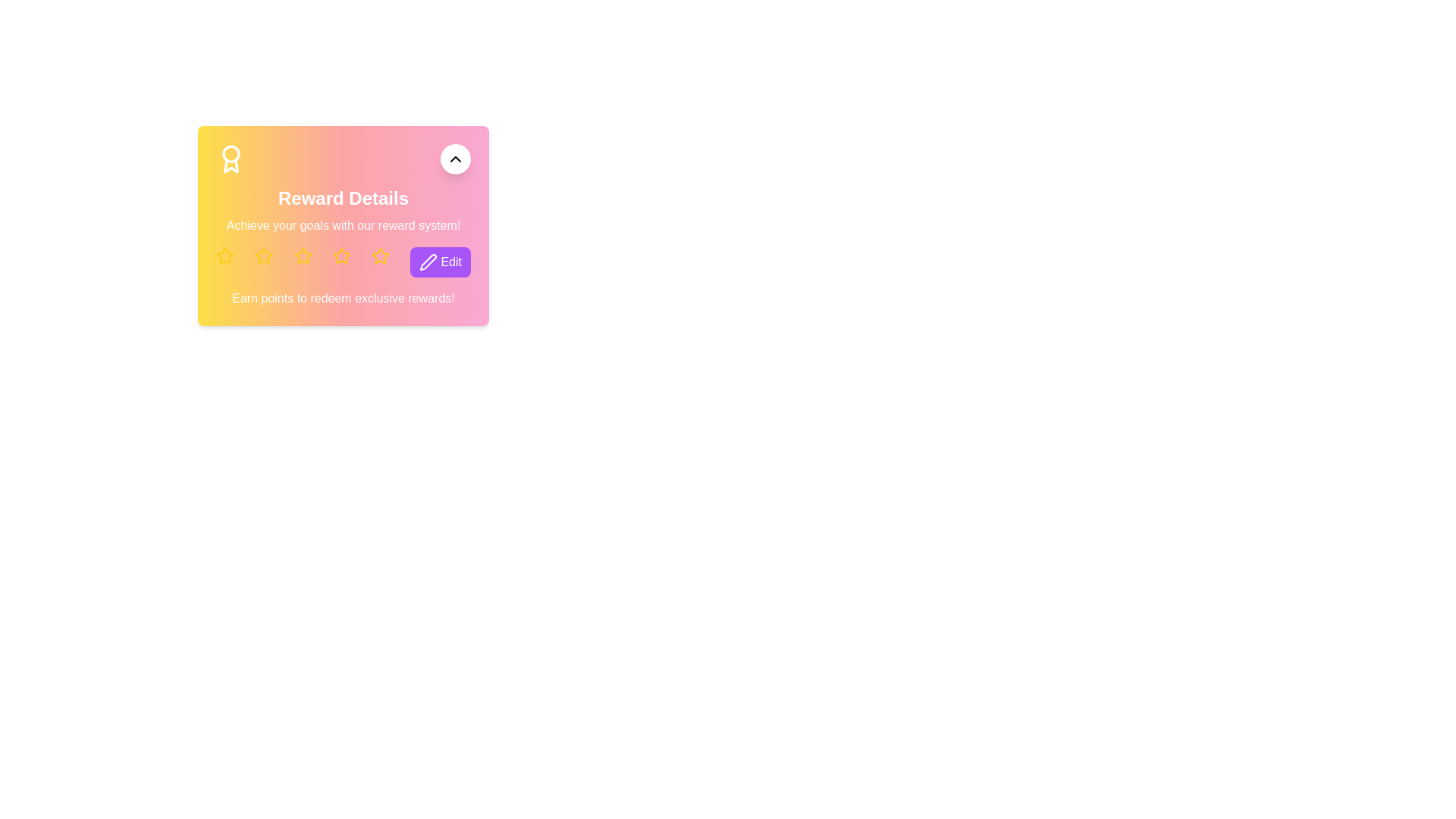 This screenshot has width=1456, height=819. I want to click on the white circular button with an upward chevron arrow icon located at the top right corner of the 'Reward Details' content area, so click(454, 158).